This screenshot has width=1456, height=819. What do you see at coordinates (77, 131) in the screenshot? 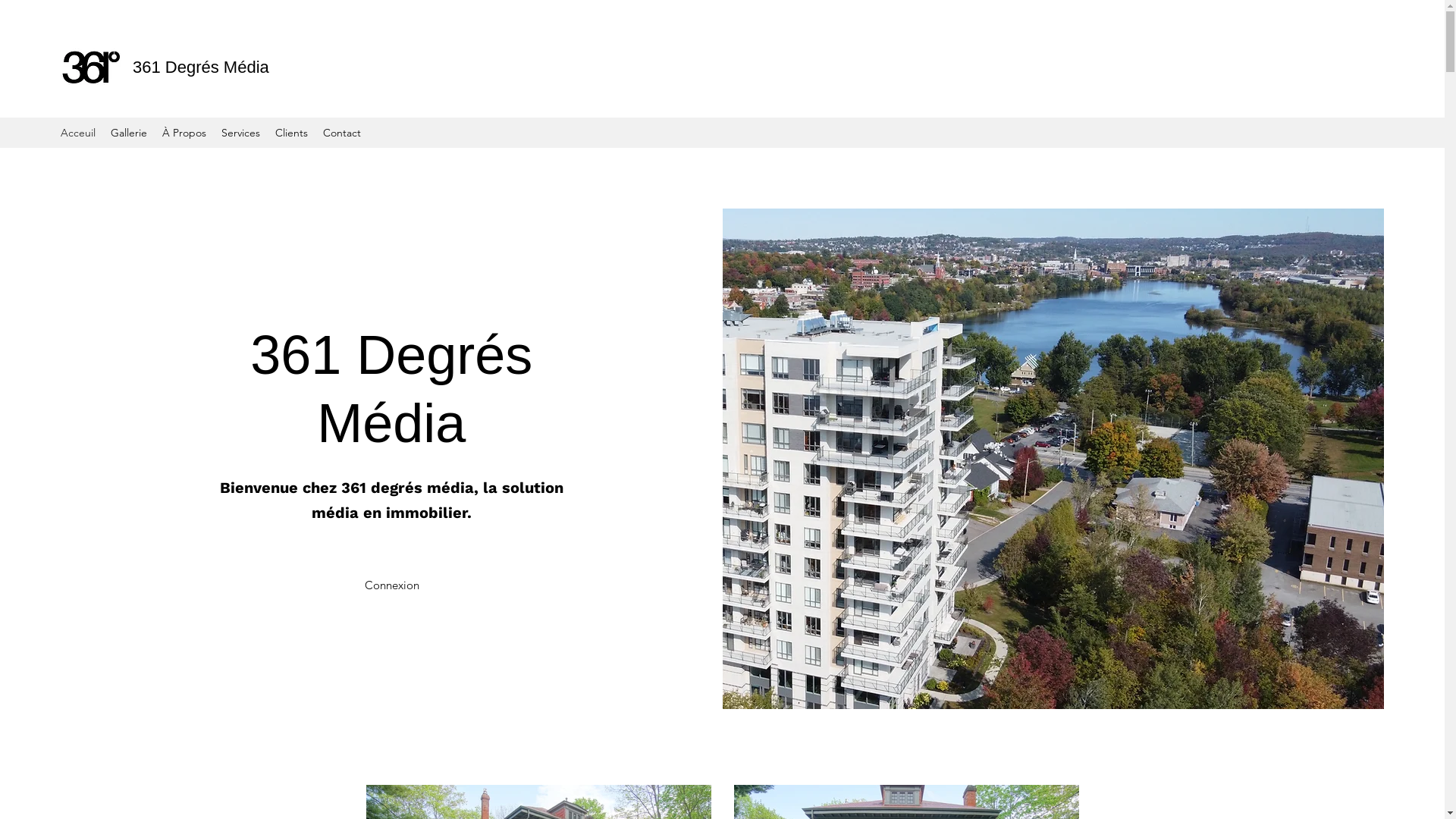
I see `'Acceuil'` at bounding box center [77, 131].